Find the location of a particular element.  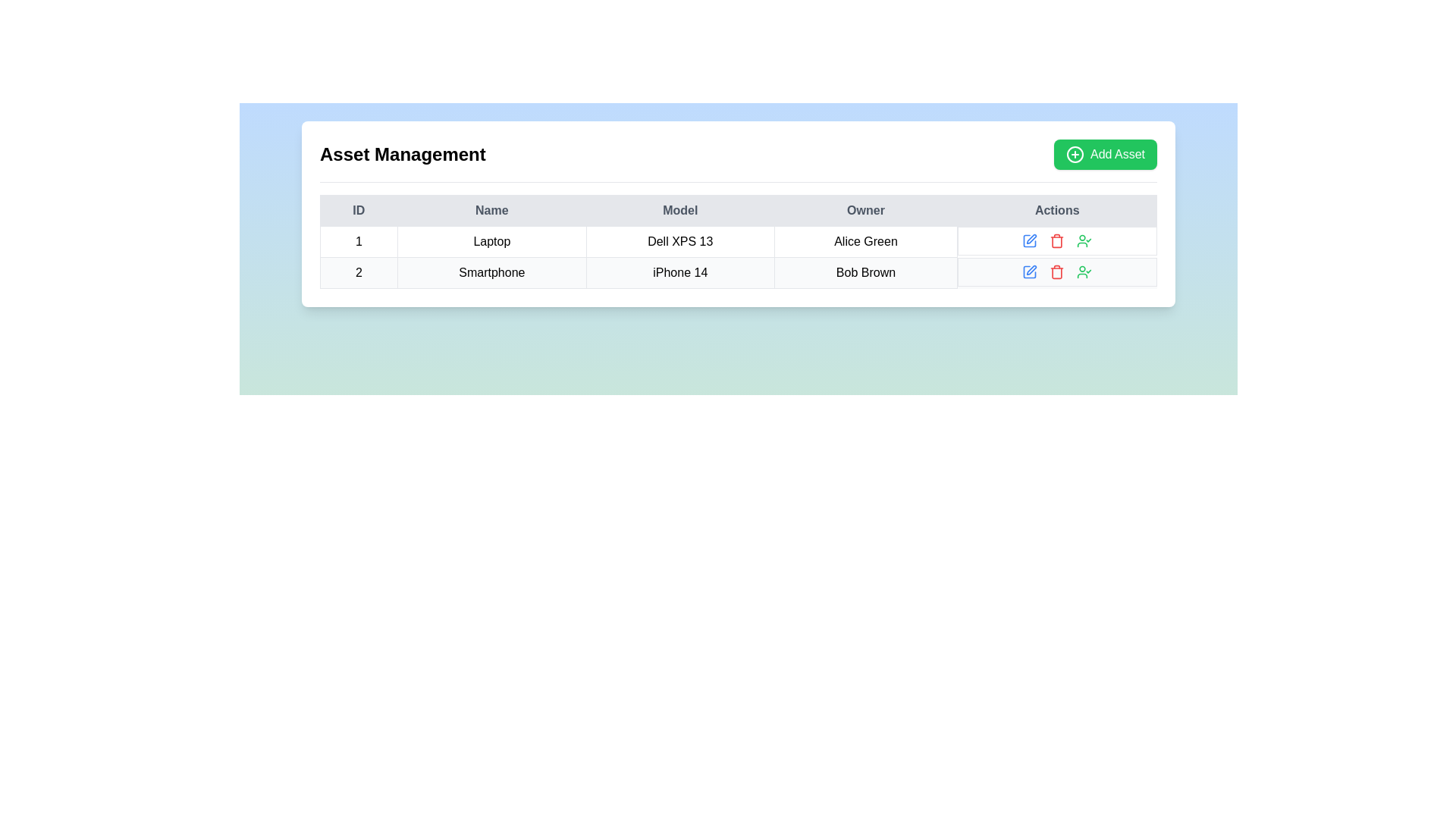

the 'Model' header label in the table, which is located in the third column of the header row, between 'Name' and 'Owner' is located at coordinates (679, 210).